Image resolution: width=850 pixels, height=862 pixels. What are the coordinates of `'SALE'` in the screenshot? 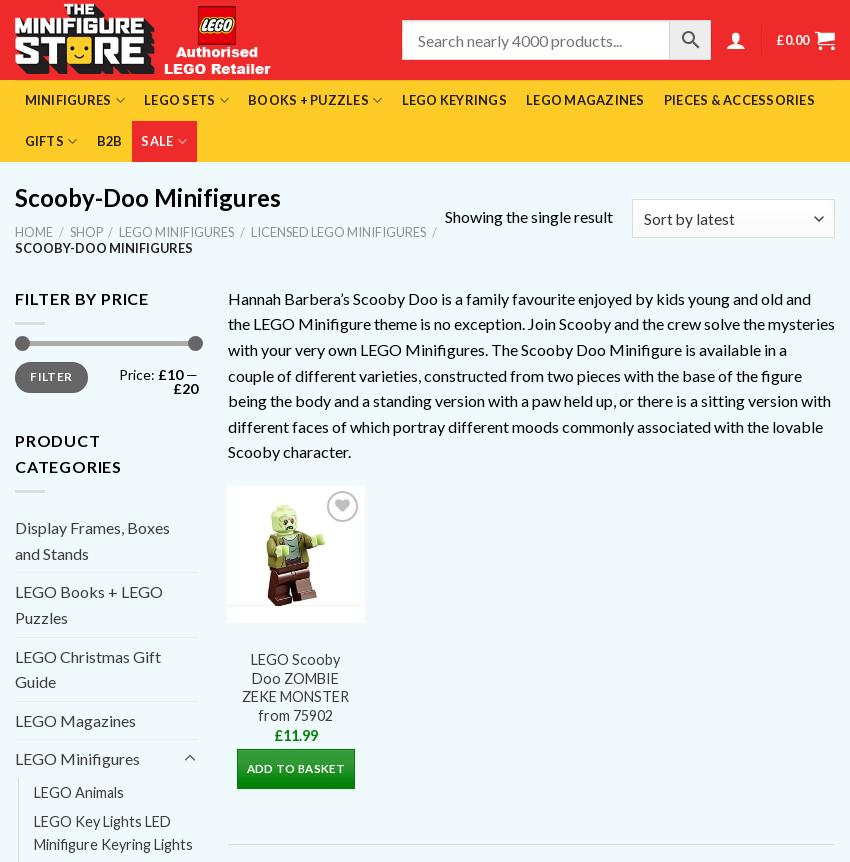 It's located at (156, 140).